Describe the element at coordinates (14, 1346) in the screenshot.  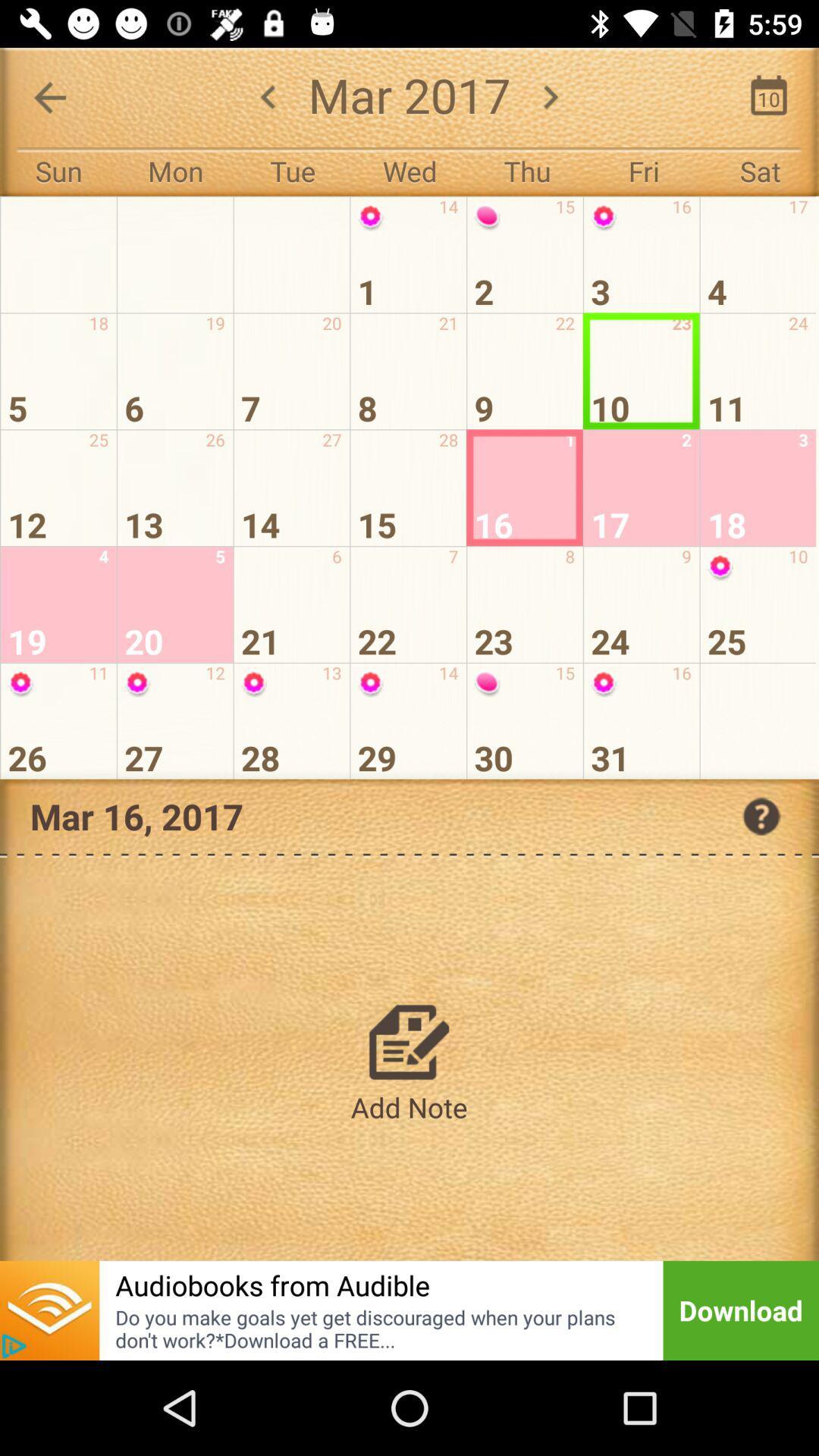
I see `the play icon` at that location.